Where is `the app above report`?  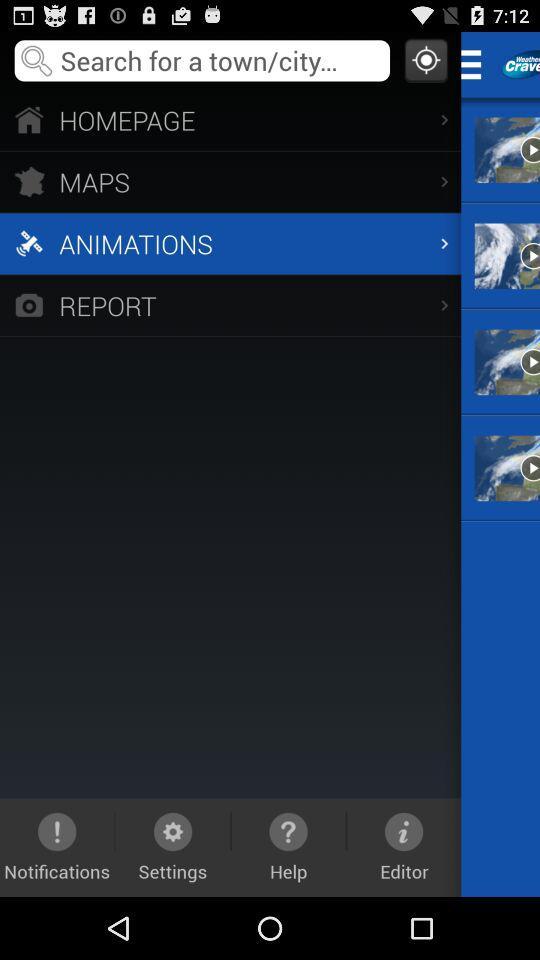
the app above report is located at coordinates (229, 242).